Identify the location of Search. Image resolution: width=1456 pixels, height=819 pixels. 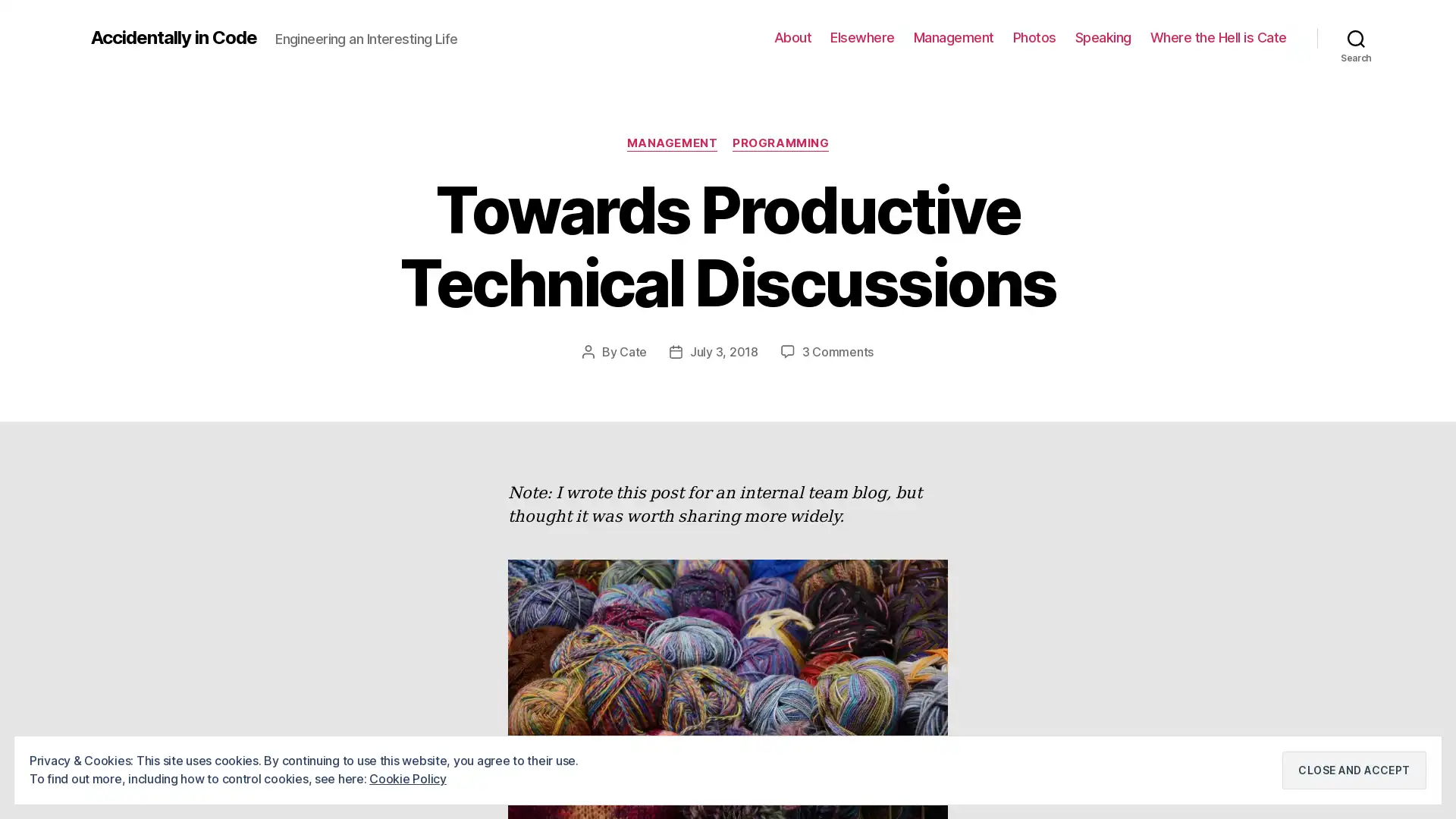
(1356, 37).